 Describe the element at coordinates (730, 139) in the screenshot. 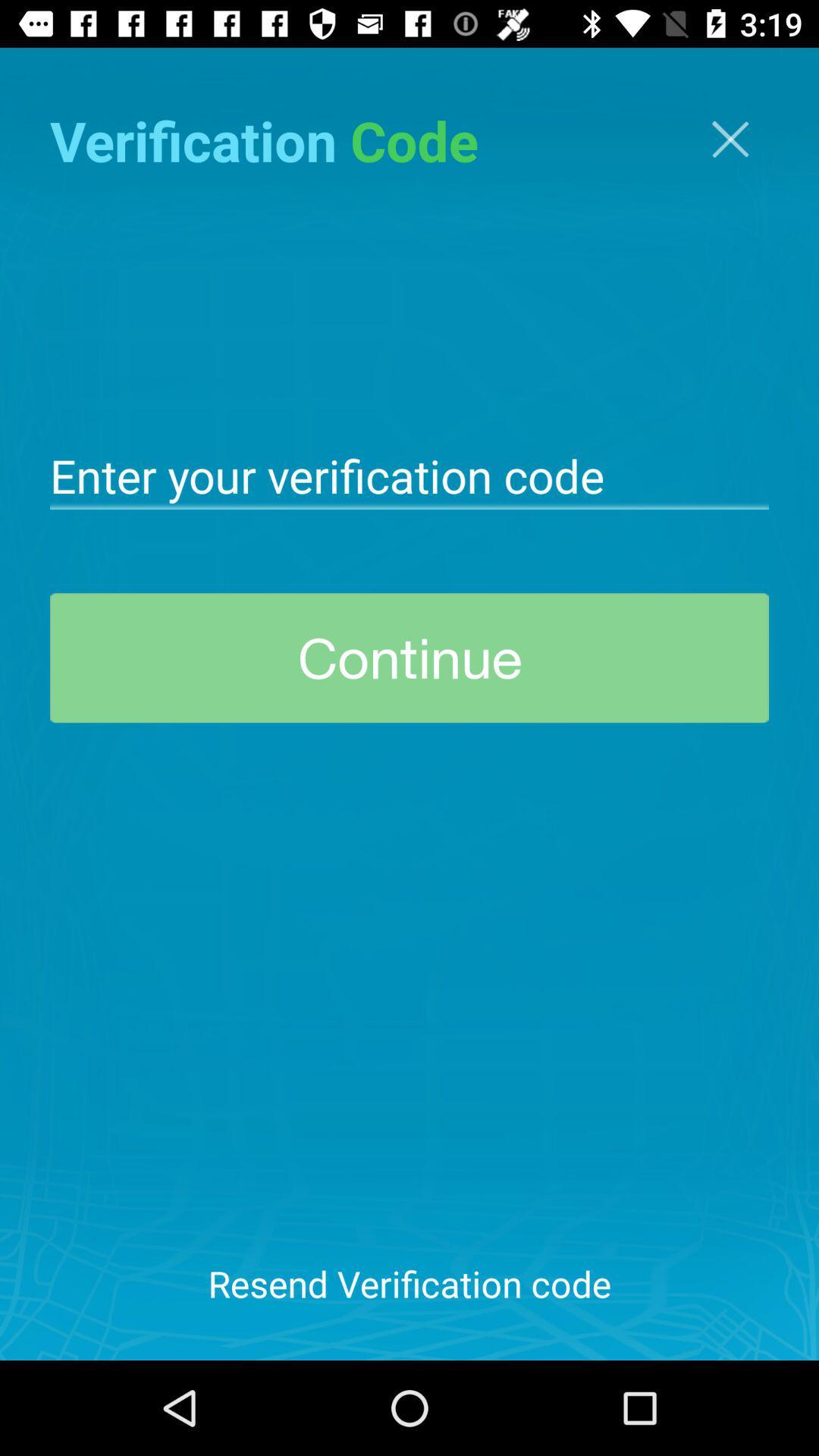

I see `item at the top right corner` at that location.